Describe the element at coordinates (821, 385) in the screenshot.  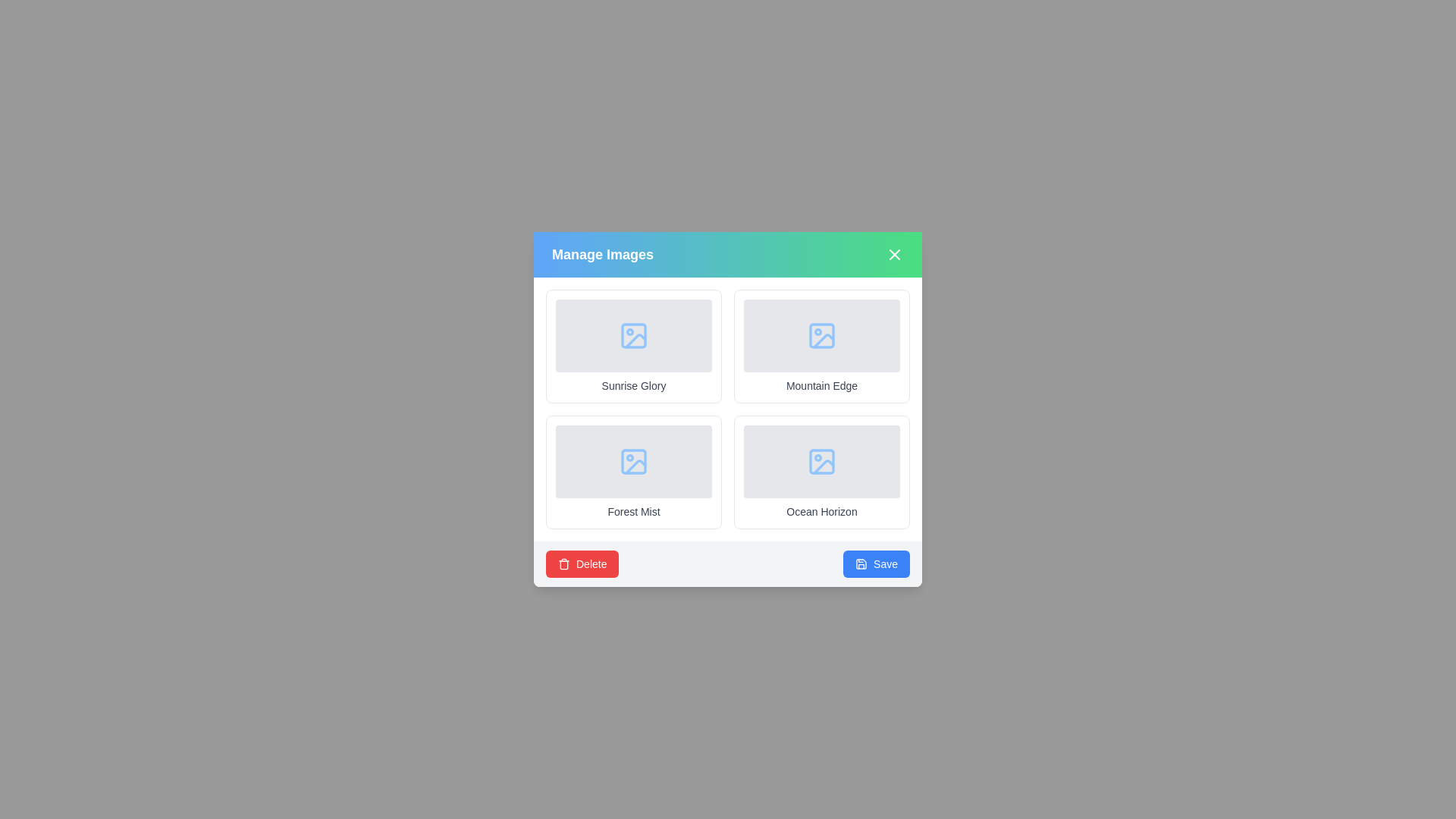
I see `the text label that serves as the title for the second card in the top row of the grid layout, which is positioned to the right of the card labeled 'Sunrise Glory'` at that location.